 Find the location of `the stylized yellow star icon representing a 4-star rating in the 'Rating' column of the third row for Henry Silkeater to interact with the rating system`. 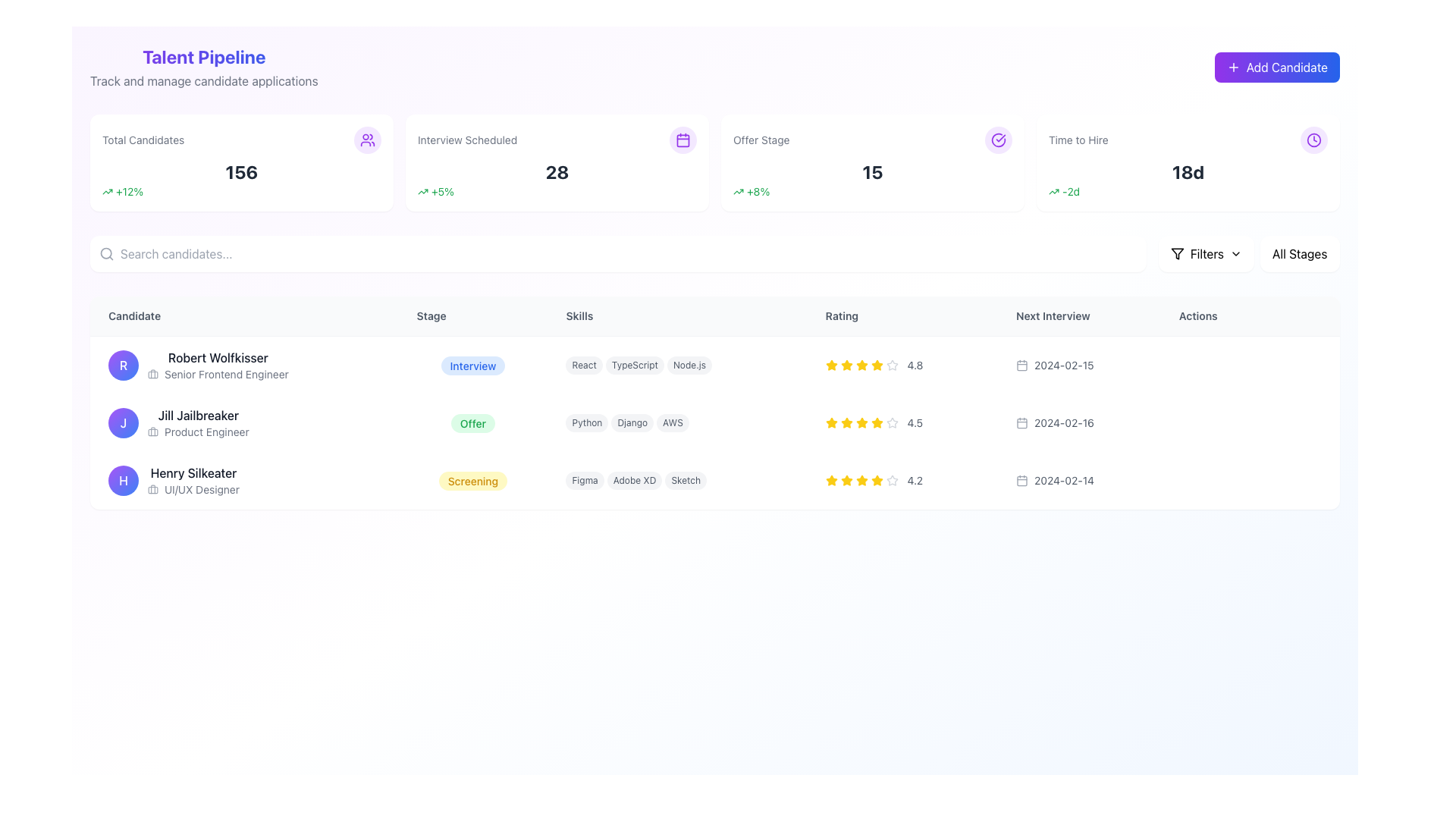

the stylized yellow star icon representing a 4-star rating in the 'Rating' column of the third row for Henry Silkeater to interact with the rating system is located at coordinates (861, 480).